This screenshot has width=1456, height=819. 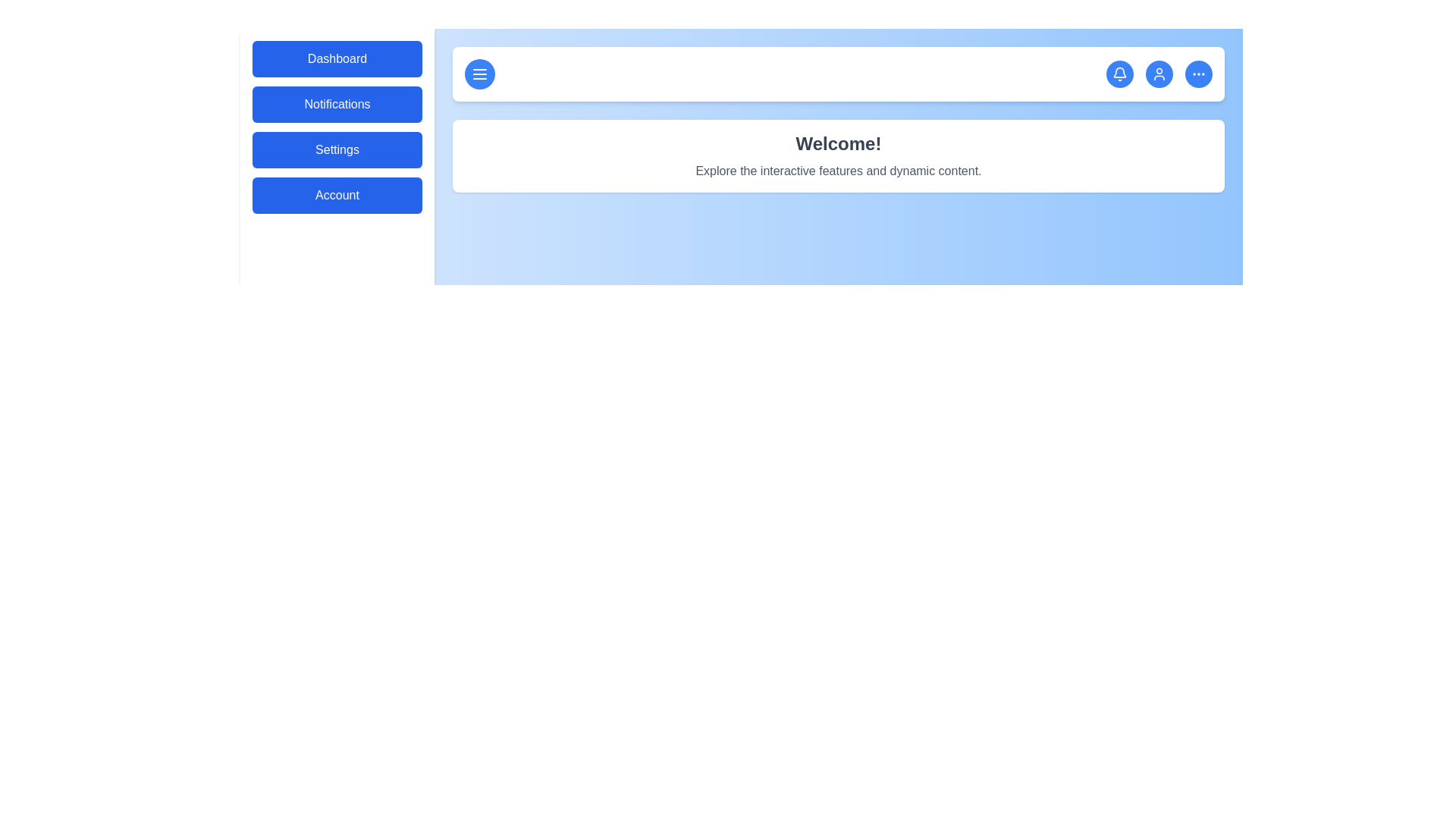 What do you see at coordinates (1120, 74) in the screenshot?
I see `the notification icon in the header` at bounding box center [1120, 74].